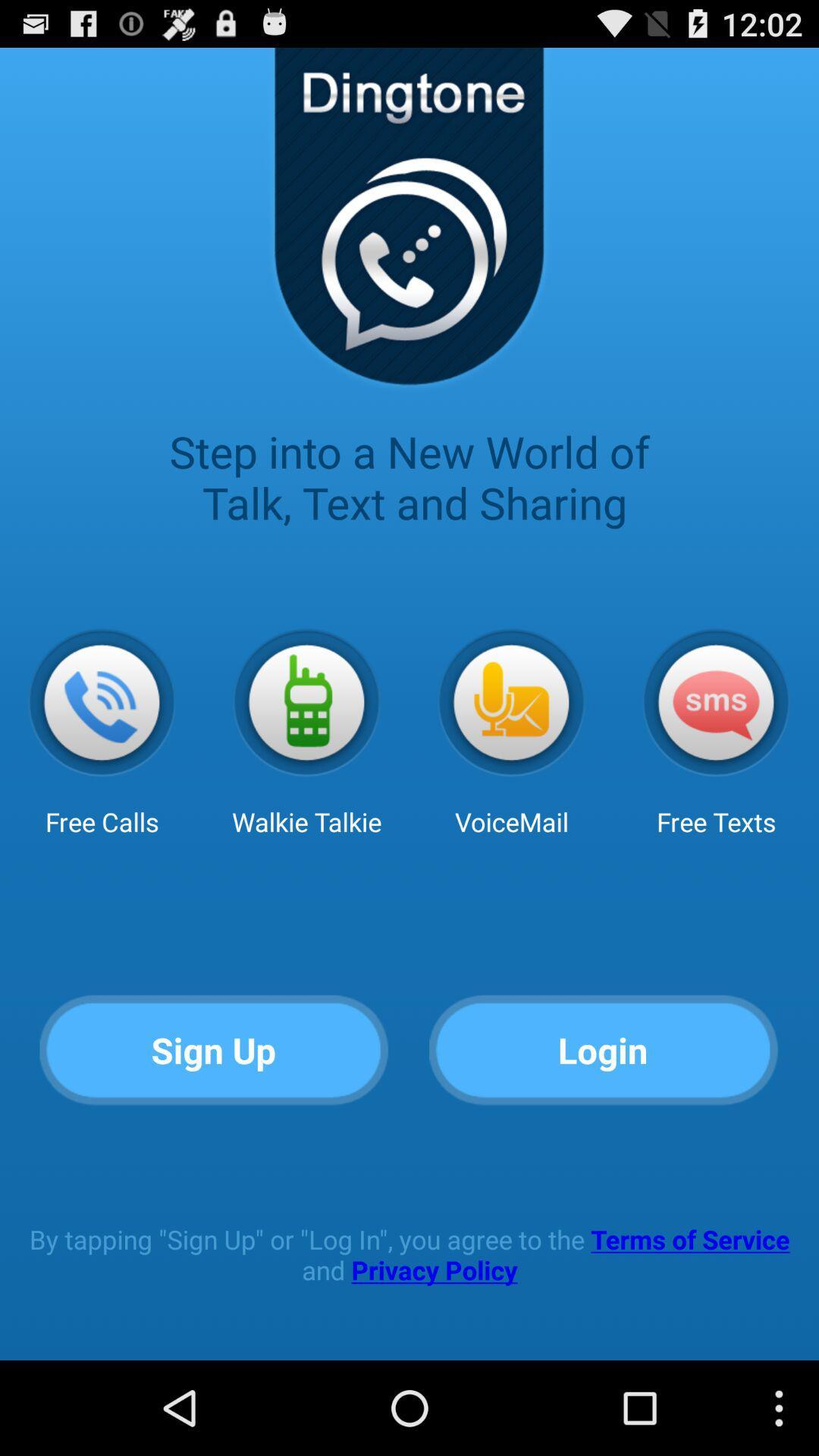  Describe the element at coordinates (603, 1050) in the screenshot. I see `login` at that location.